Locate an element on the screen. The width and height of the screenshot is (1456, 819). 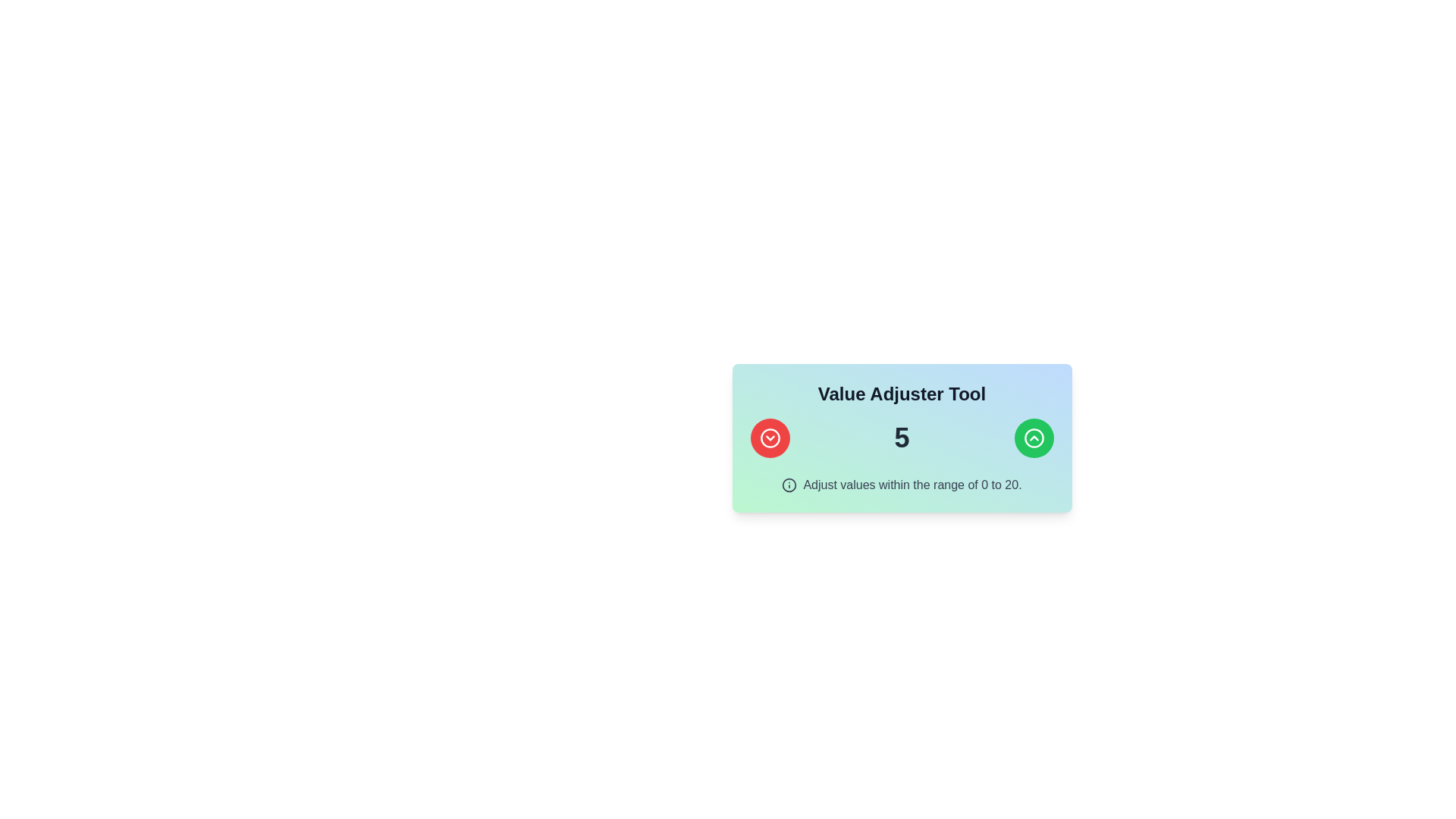
the muted gray text label that reads 'Adjust values within the range of 0 to 20.' located at the bottom of the 'Value Adjuster Tool' card is located at coordinates (902, 485).